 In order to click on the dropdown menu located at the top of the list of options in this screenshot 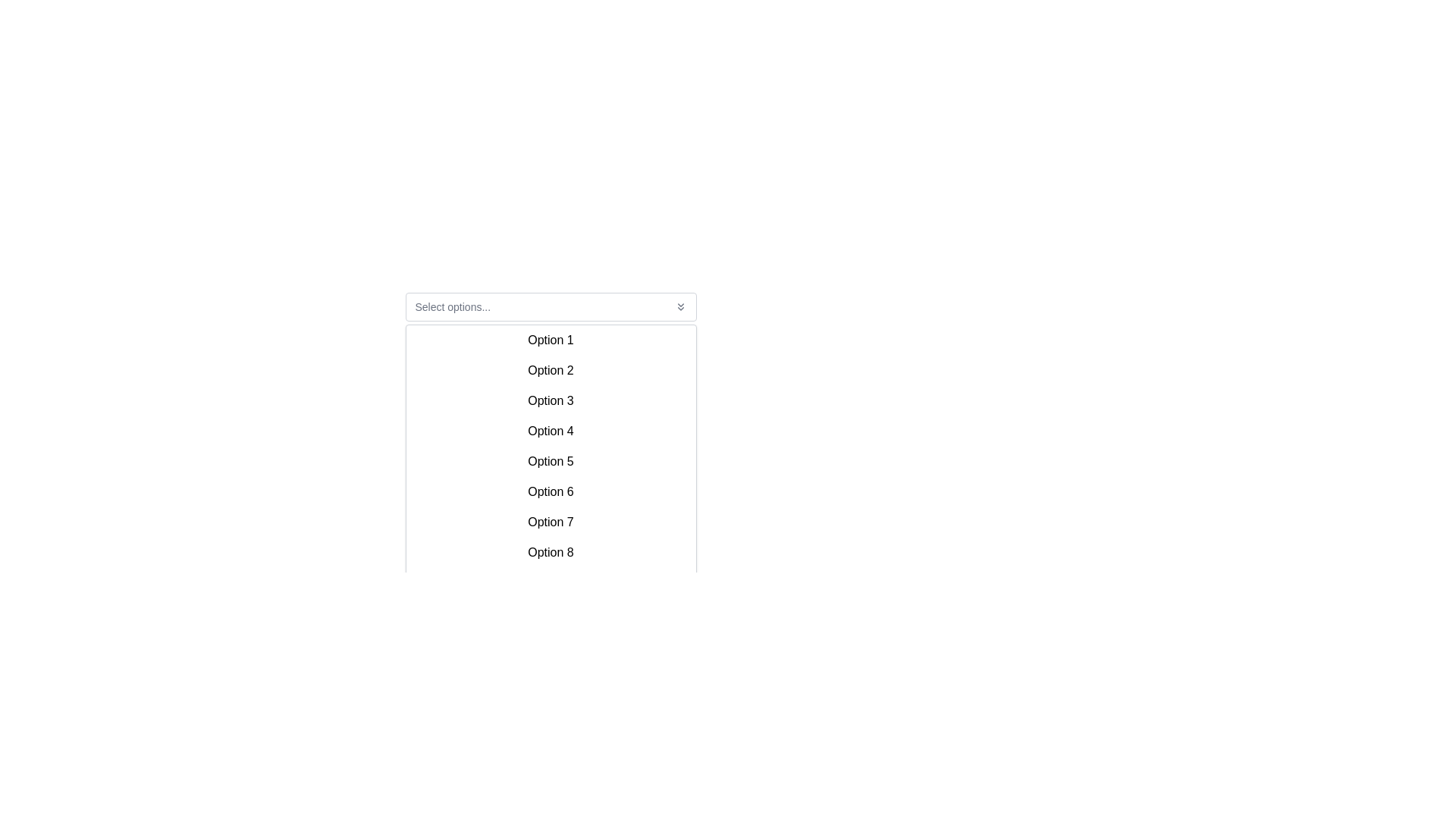, I will do `click(550, 307)`.